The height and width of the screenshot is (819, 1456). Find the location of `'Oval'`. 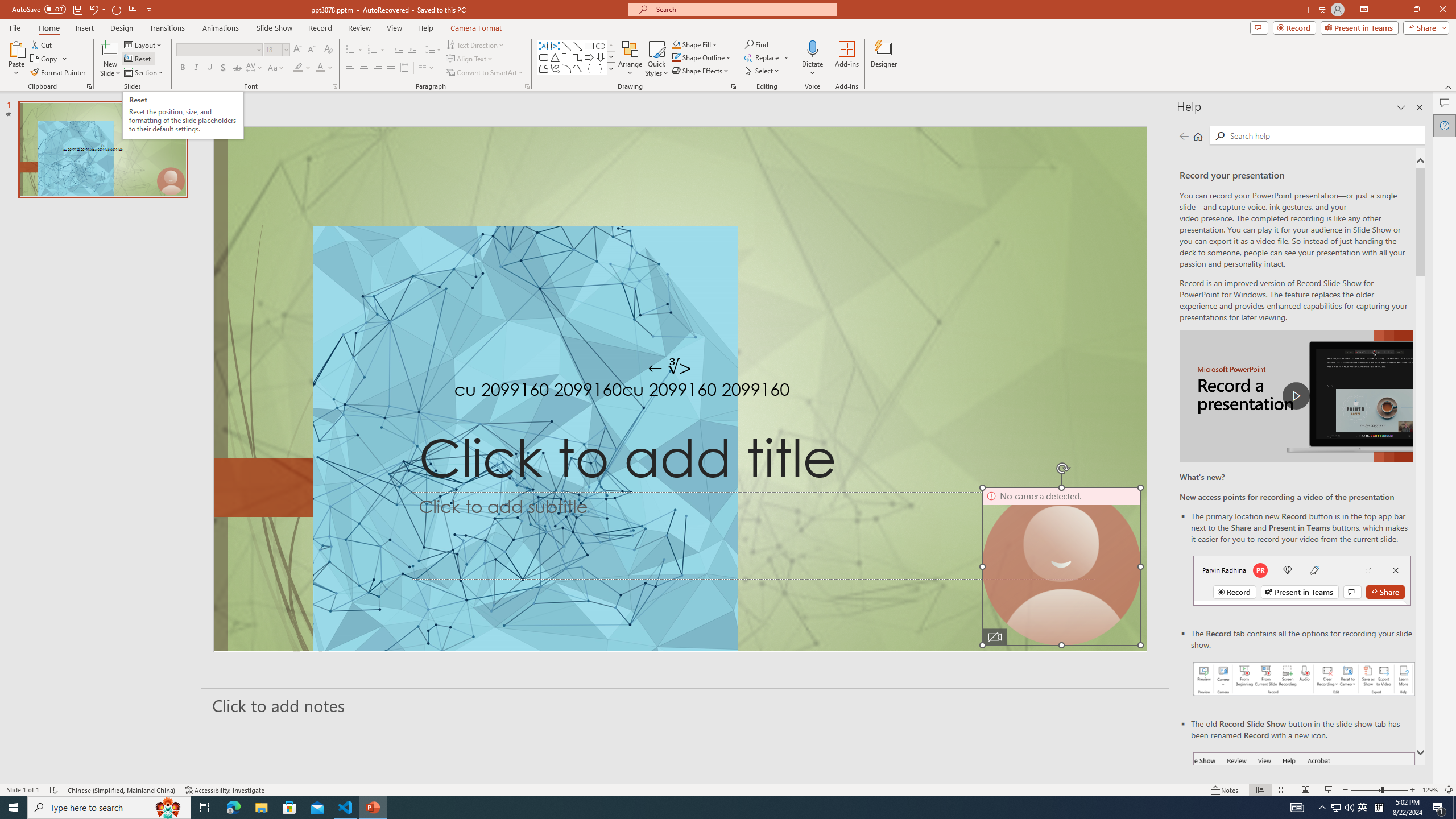

'Oval' is located at coordinates (600, 45).